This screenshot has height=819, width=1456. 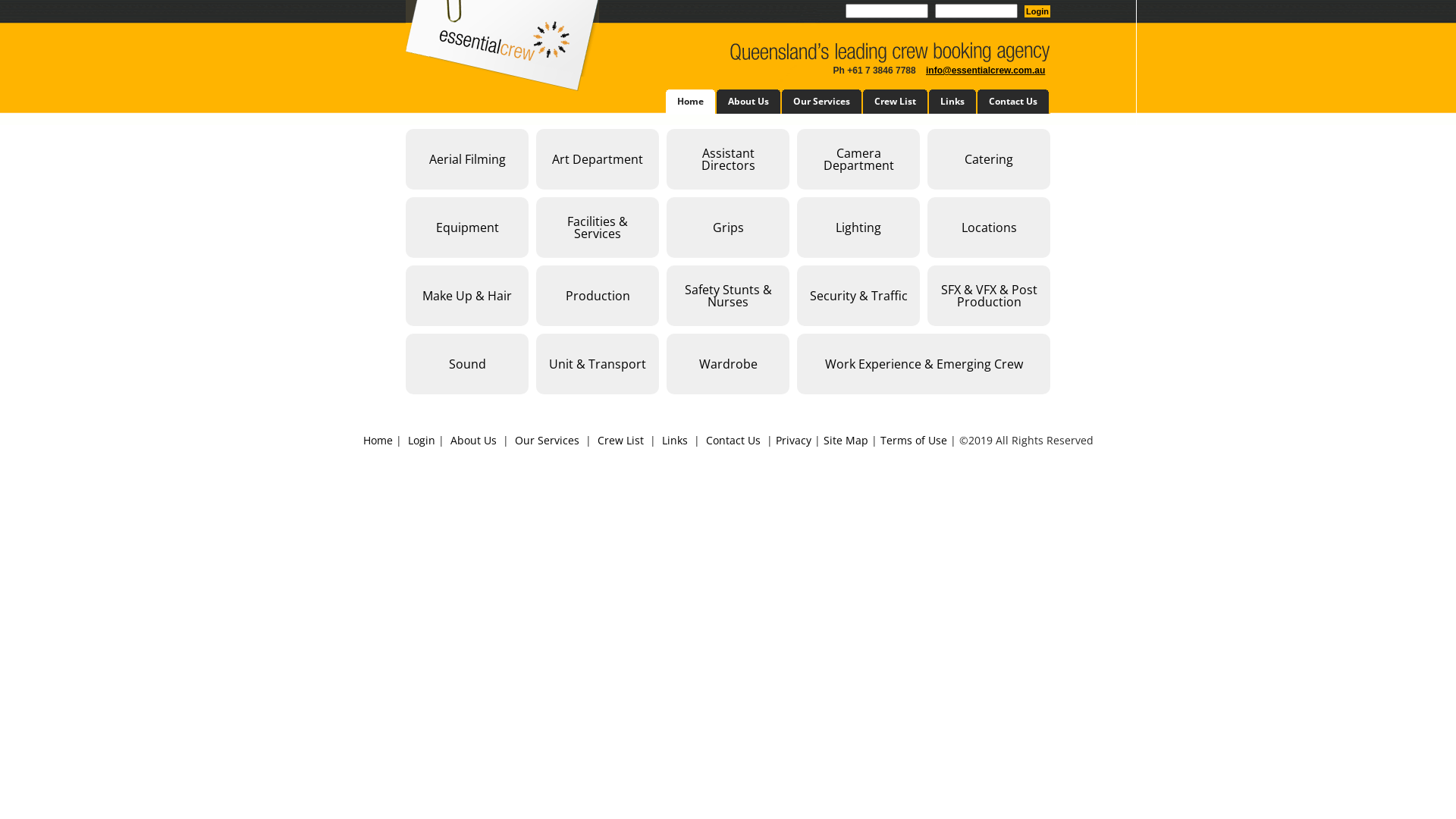 I want to click on 'Locations', so click(x=927, y=227).